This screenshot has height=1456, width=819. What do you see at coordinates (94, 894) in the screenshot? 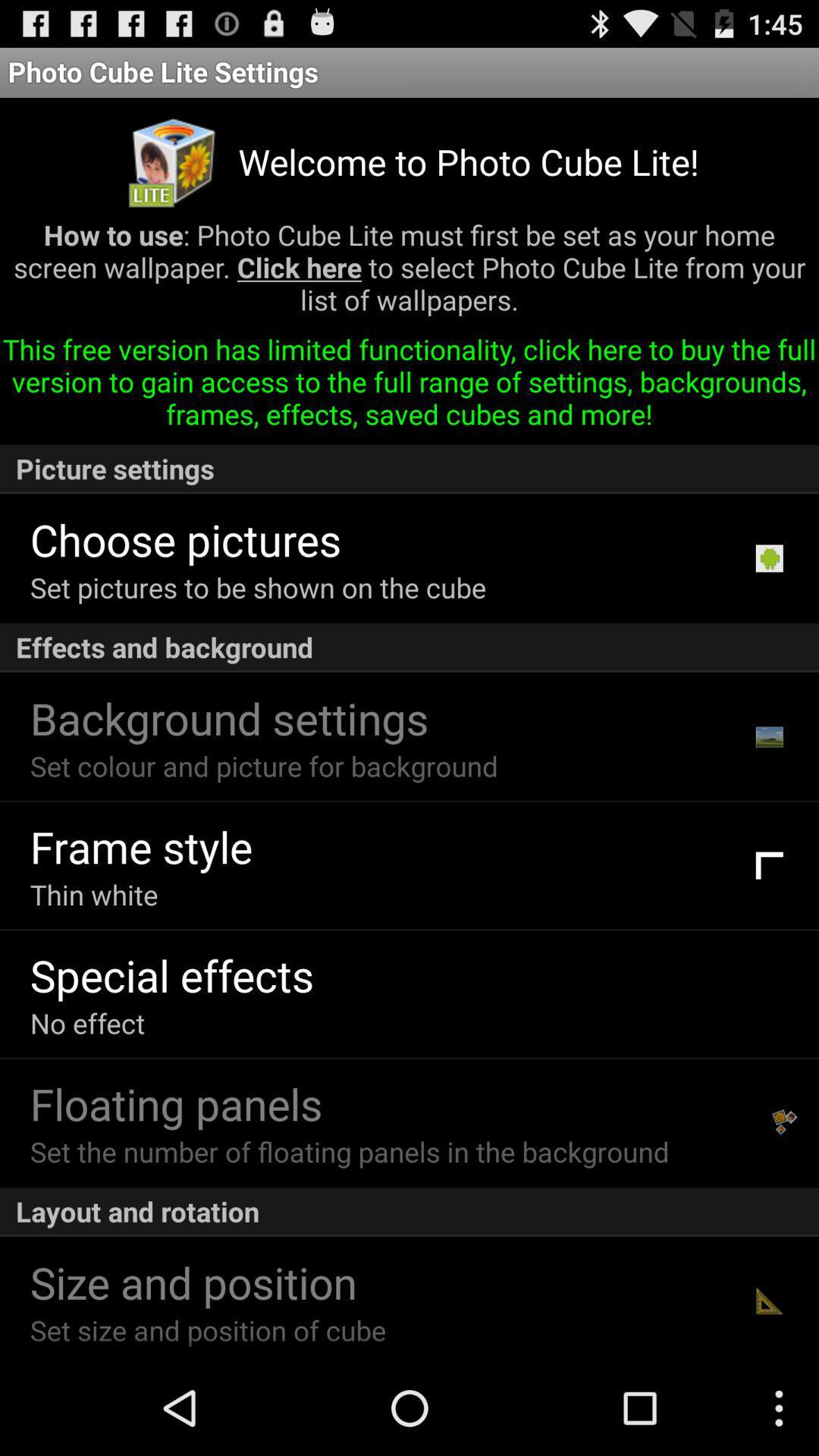
I see `item above special effects icon` at bounding box center [94, 894].